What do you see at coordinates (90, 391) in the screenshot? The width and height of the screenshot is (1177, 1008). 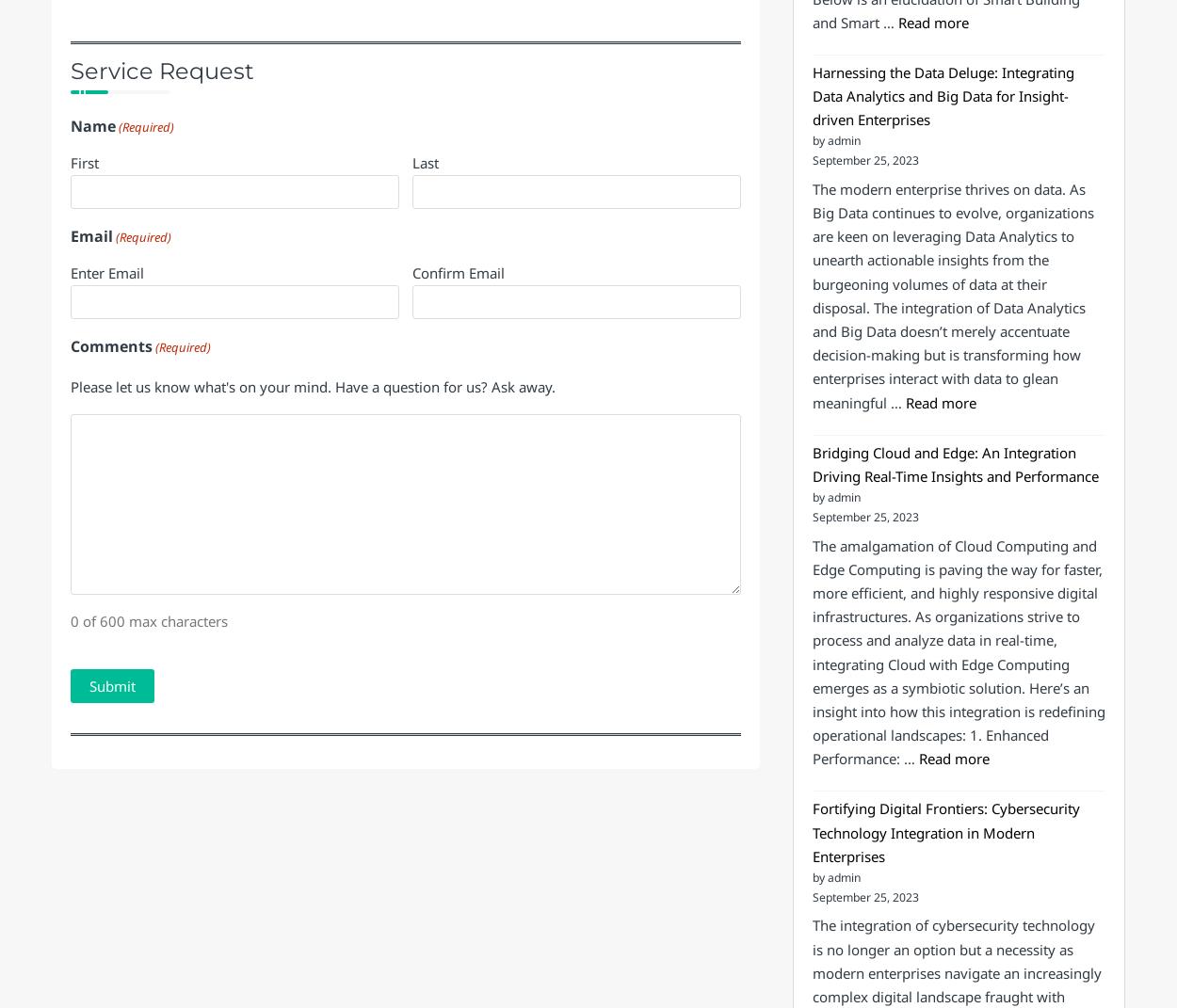 I see `'Email'` at bounding box center [90, 391].